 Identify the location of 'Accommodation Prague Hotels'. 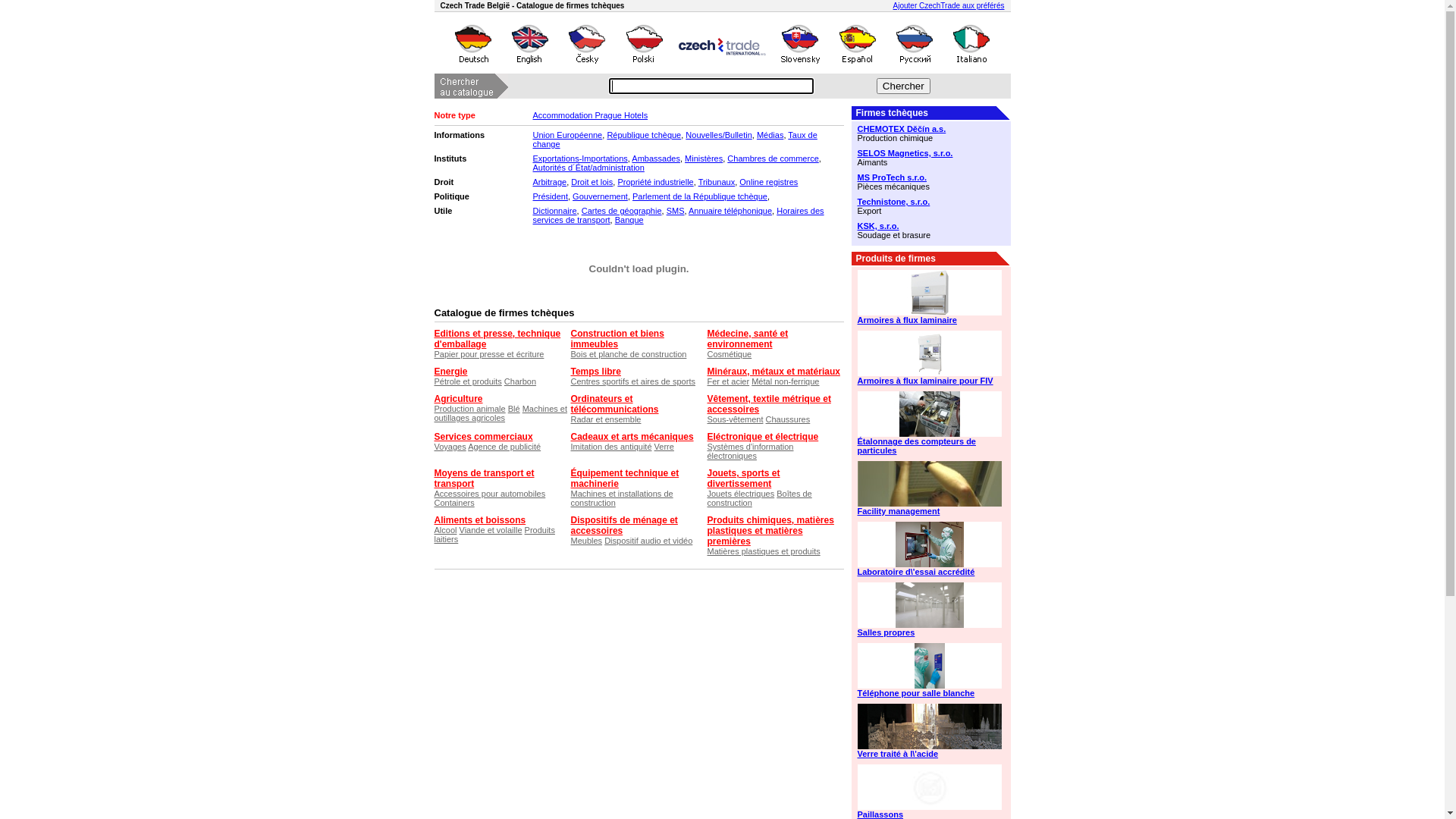
(532, 114).